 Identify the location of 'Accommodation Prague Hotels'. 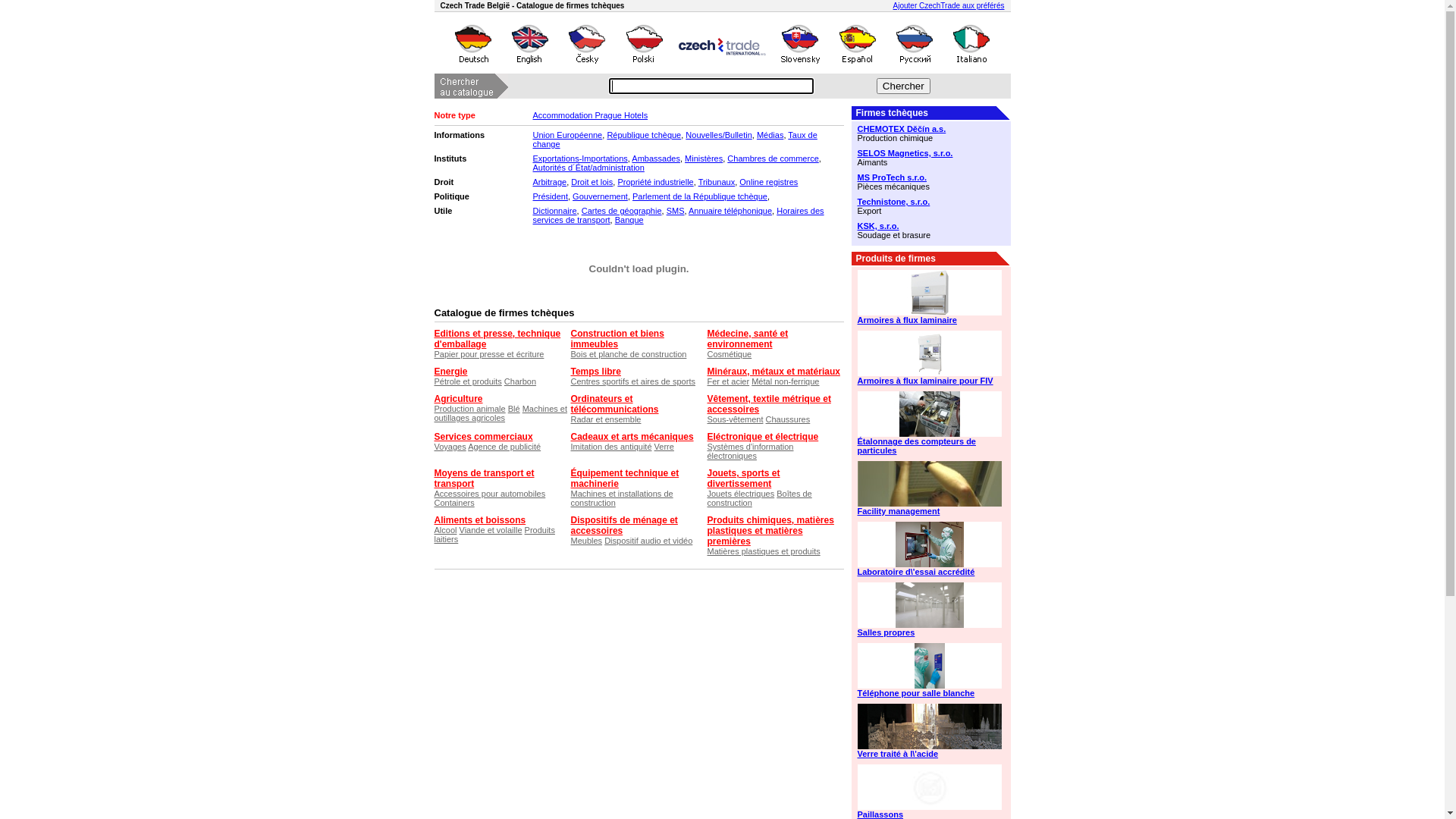
(532, 114).